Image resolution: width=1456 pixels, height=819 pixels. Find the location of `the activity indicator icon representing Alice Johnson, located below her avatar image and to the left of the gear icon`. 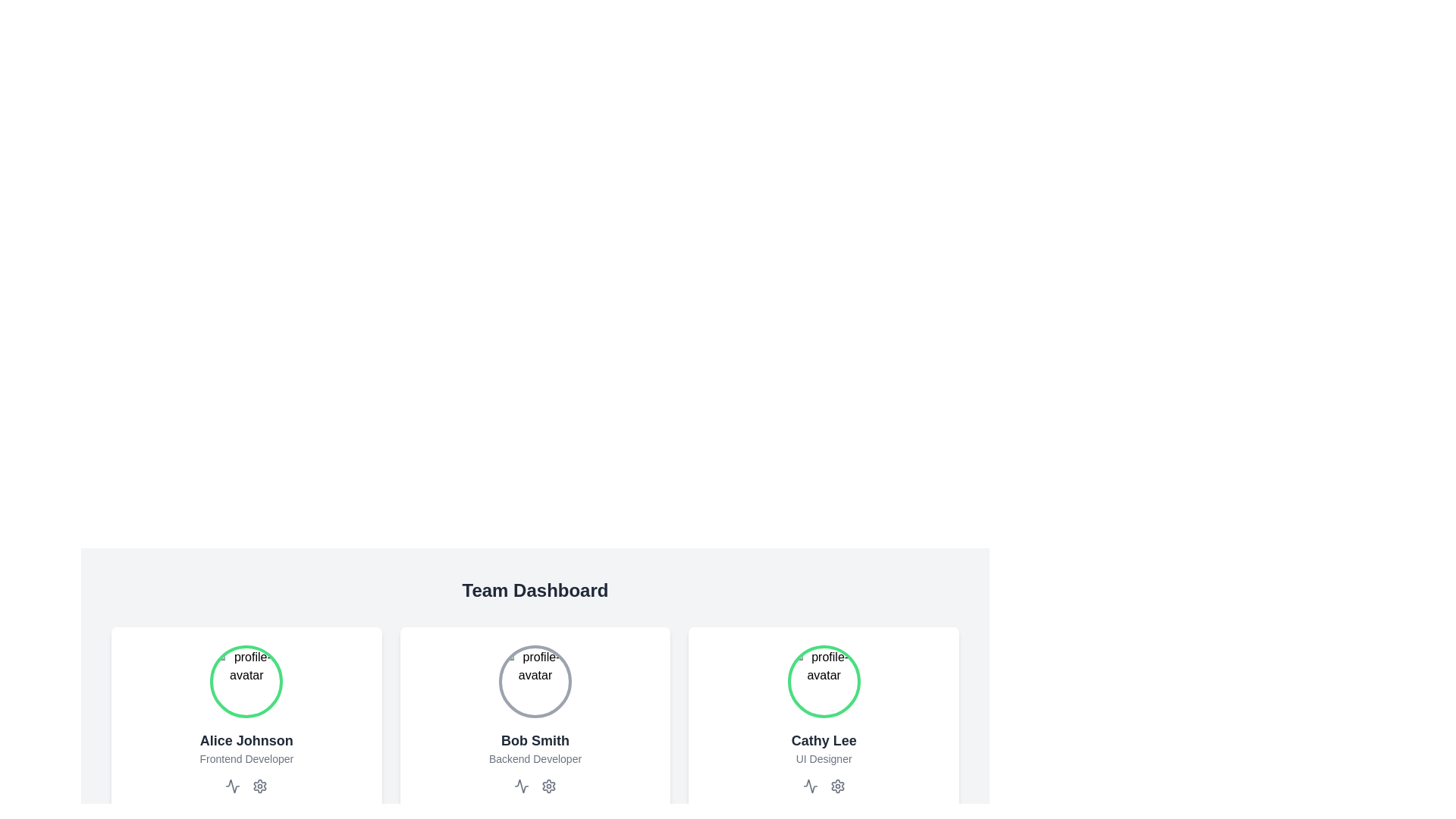

the activity indicator icon representing Alice Johnson, located below her avatar image and to the left of the gear icon is located at coordinates (232, 786).